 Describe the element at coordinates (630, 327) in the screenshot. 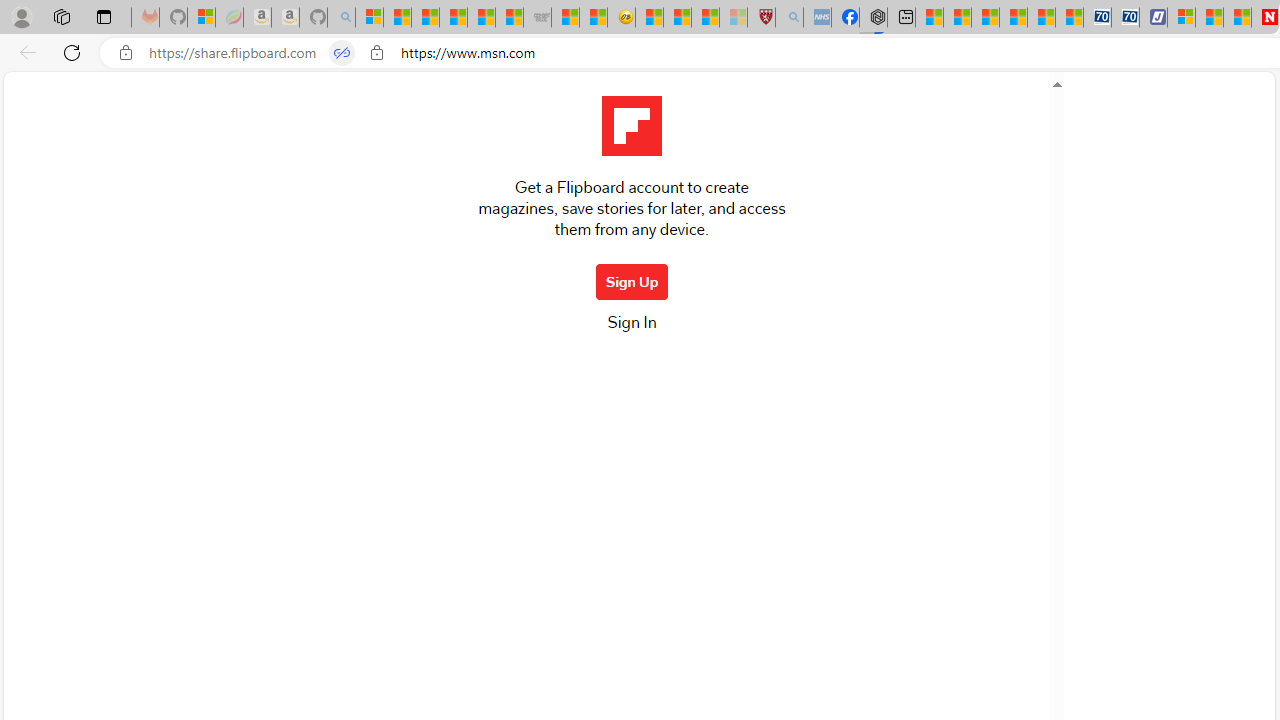

I see `'Sign In'` at that location.